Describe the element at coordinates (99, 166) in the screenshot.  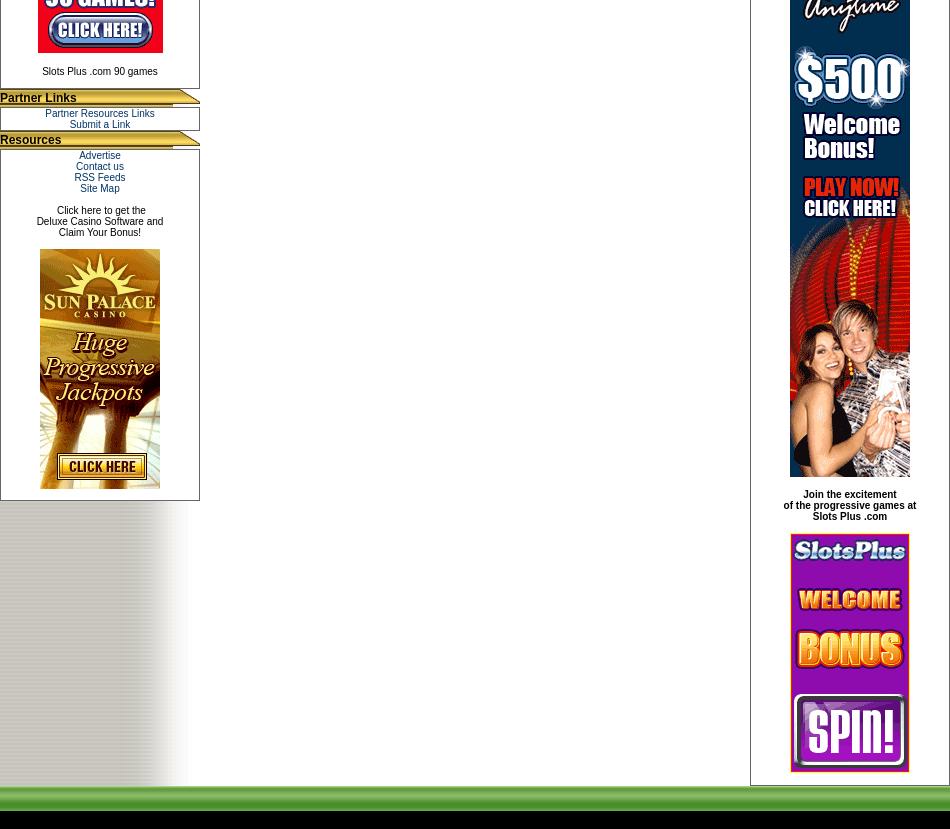
I see `'Contact us'` at that location.